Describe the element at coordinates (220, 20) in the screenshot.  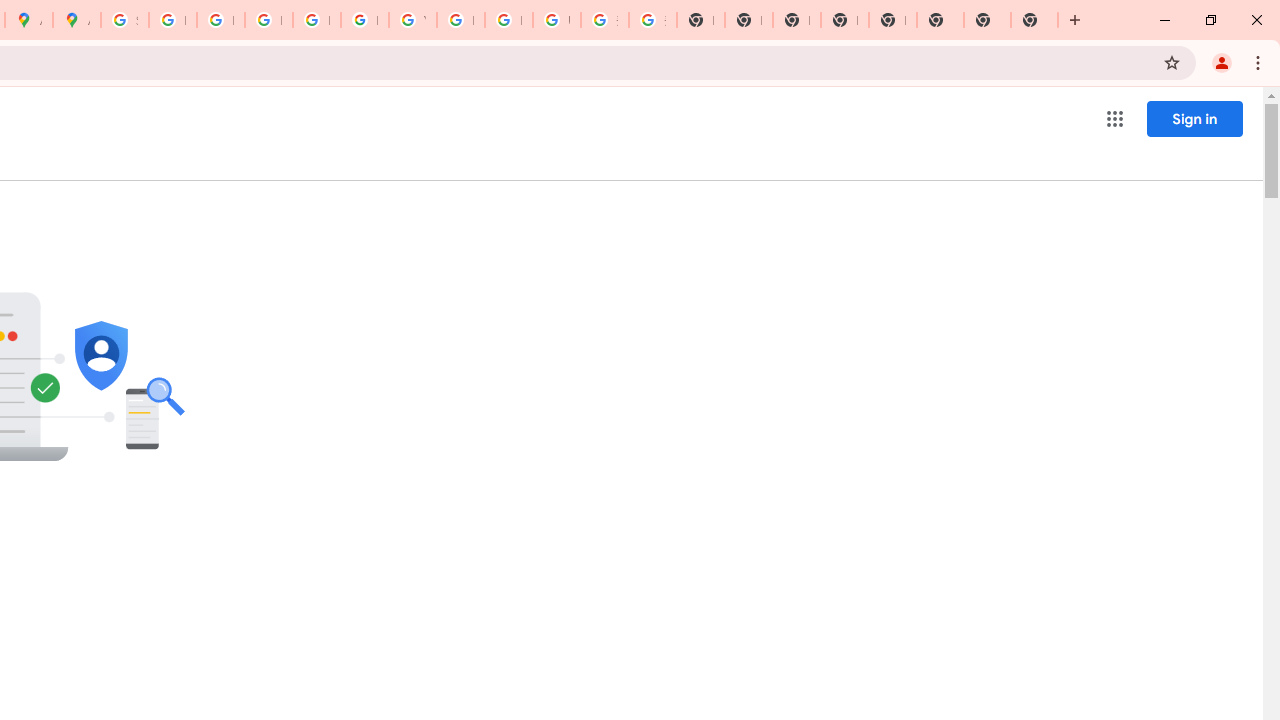
I see `'Privacy Help Center - Policies Help'` at that location.